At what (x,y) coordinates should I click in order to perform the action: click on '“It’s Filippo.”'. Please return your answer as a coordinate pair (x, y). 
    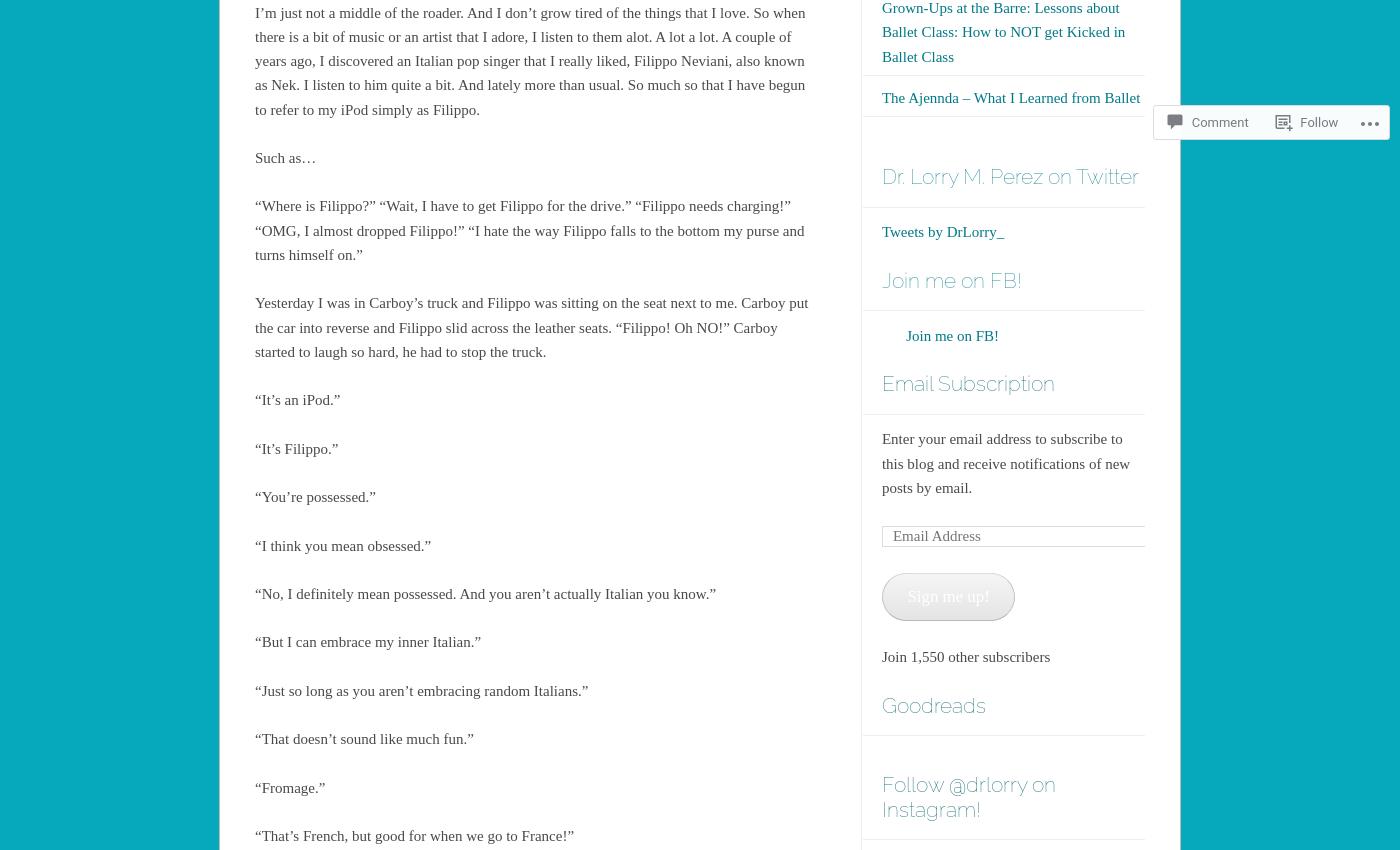
    Looking at the image, I should click on (296, 447).